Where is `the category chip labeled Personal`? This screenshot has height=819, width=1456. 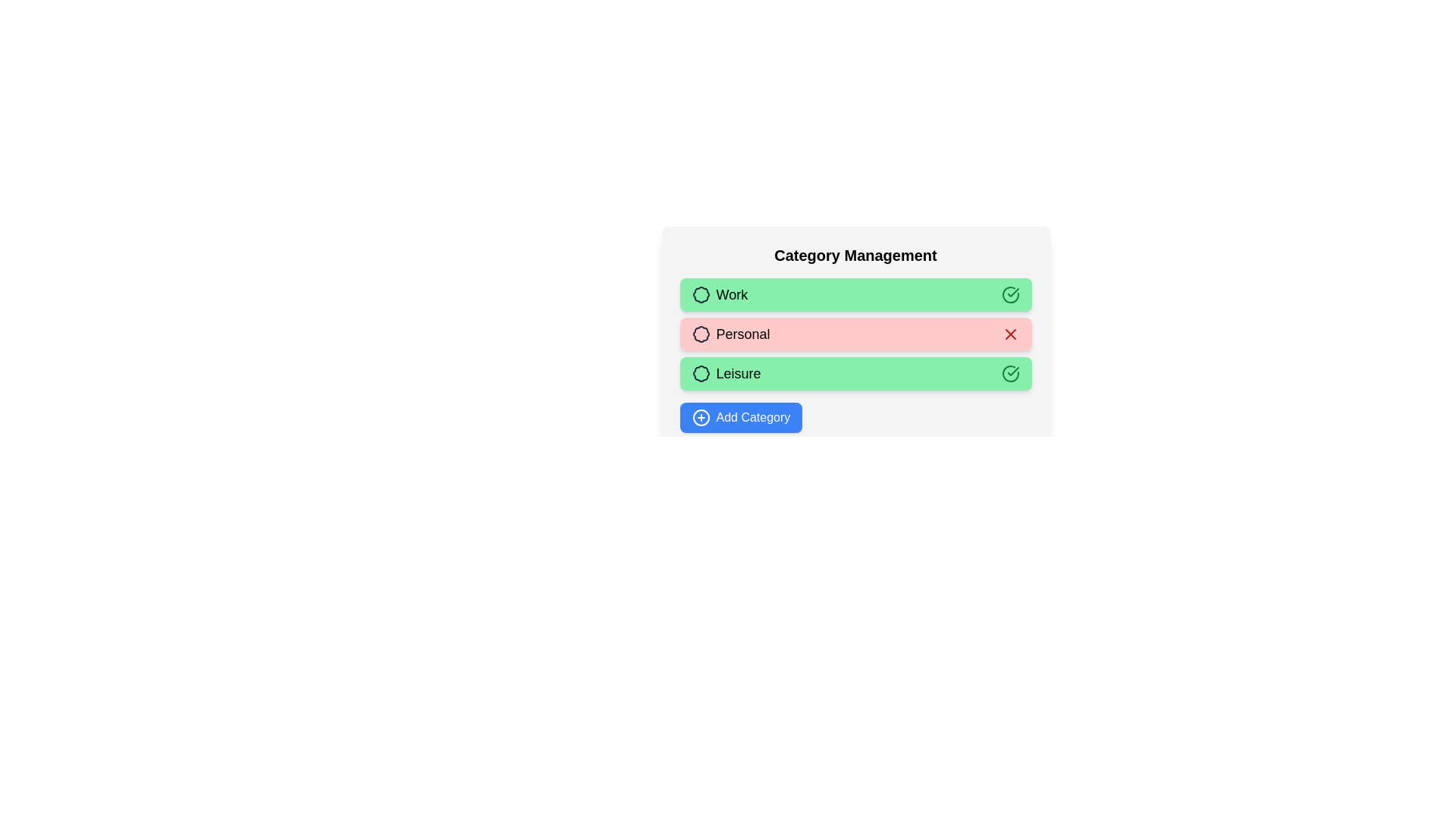
the category chip labeled Personal is located at coordinates (855, 333).